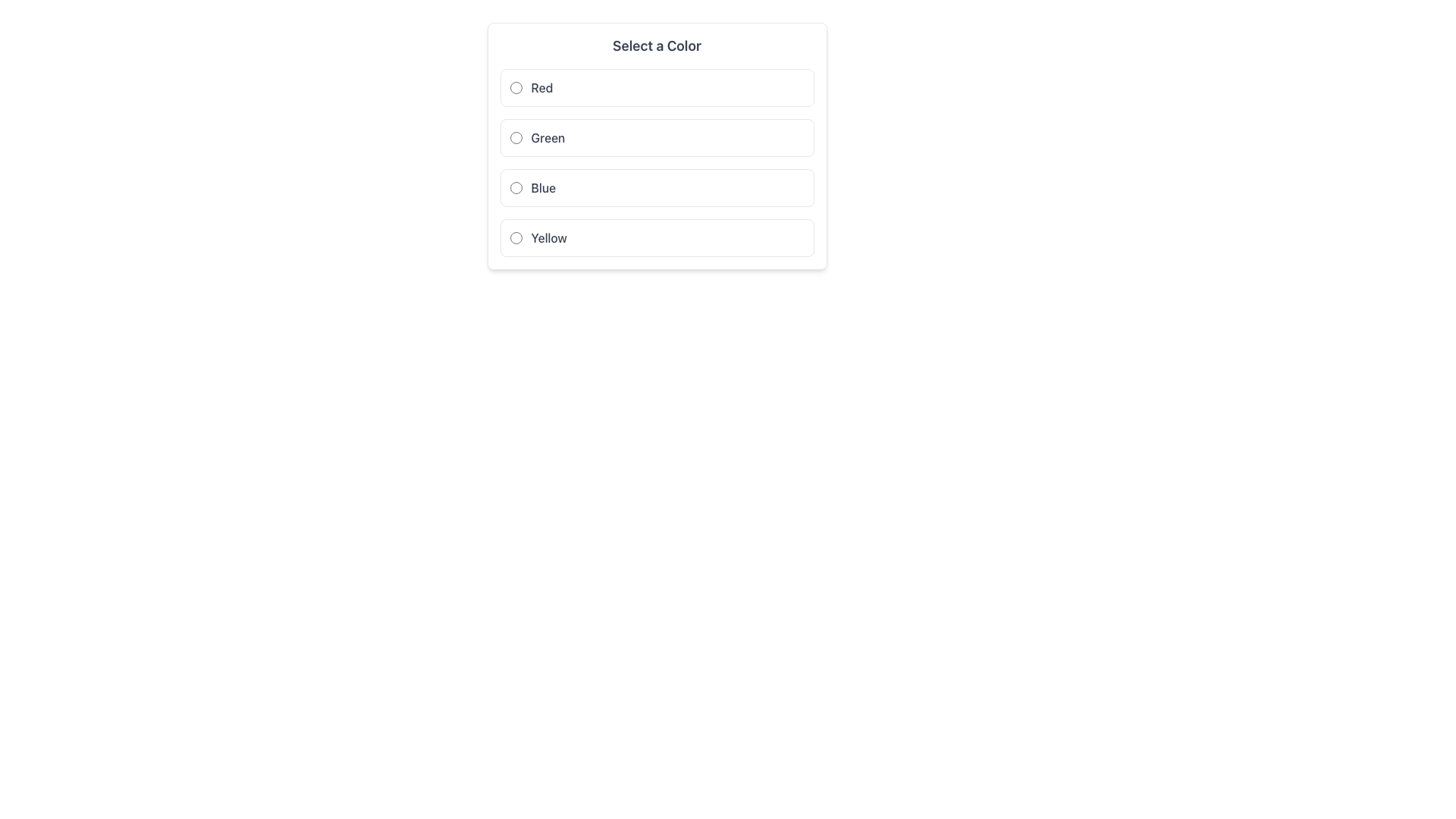  I want to click on the radio button, so click(657, 237).